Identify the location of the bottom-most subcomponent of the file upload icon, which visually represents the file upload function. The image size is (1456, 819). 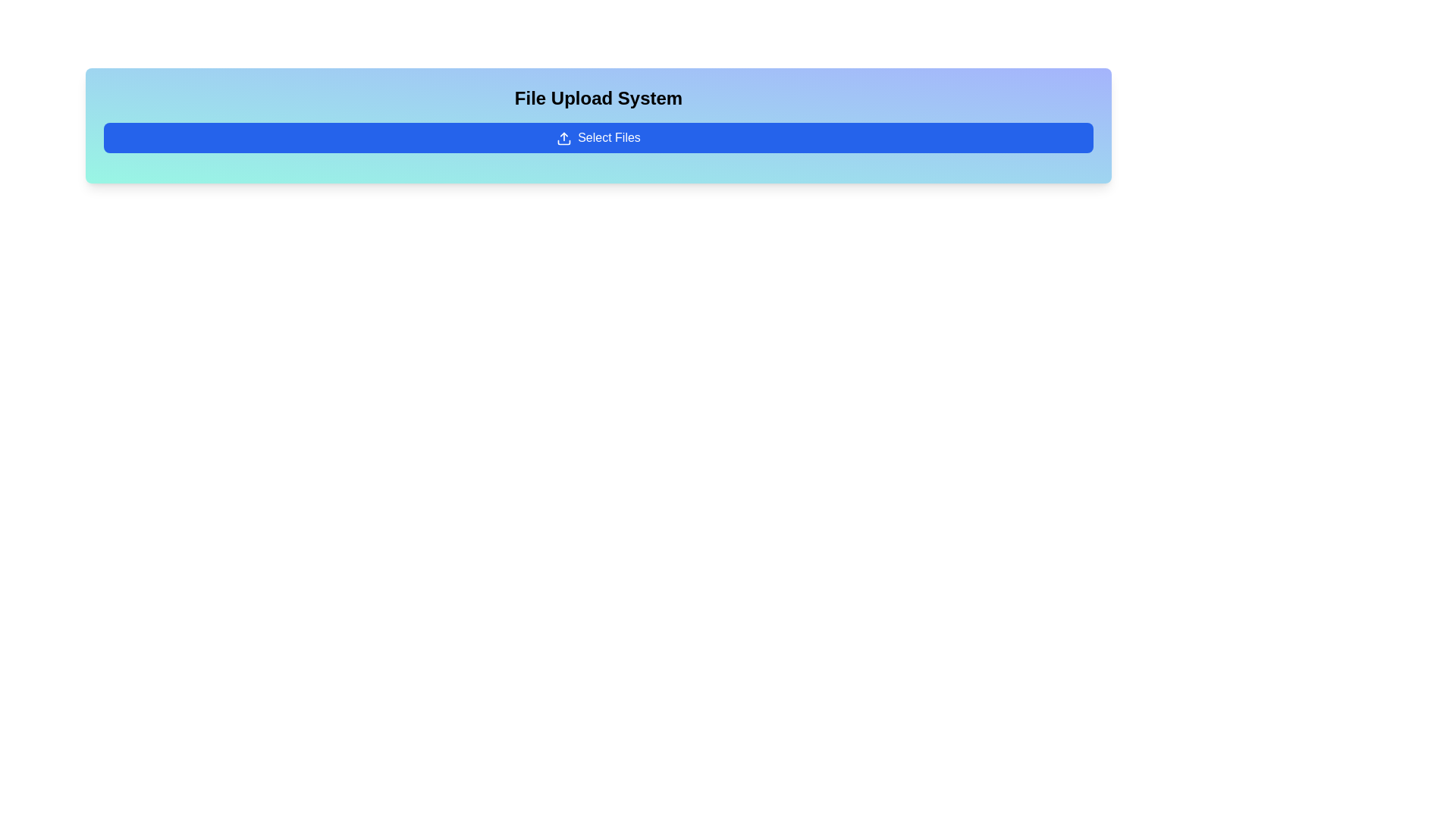
(563, 142).